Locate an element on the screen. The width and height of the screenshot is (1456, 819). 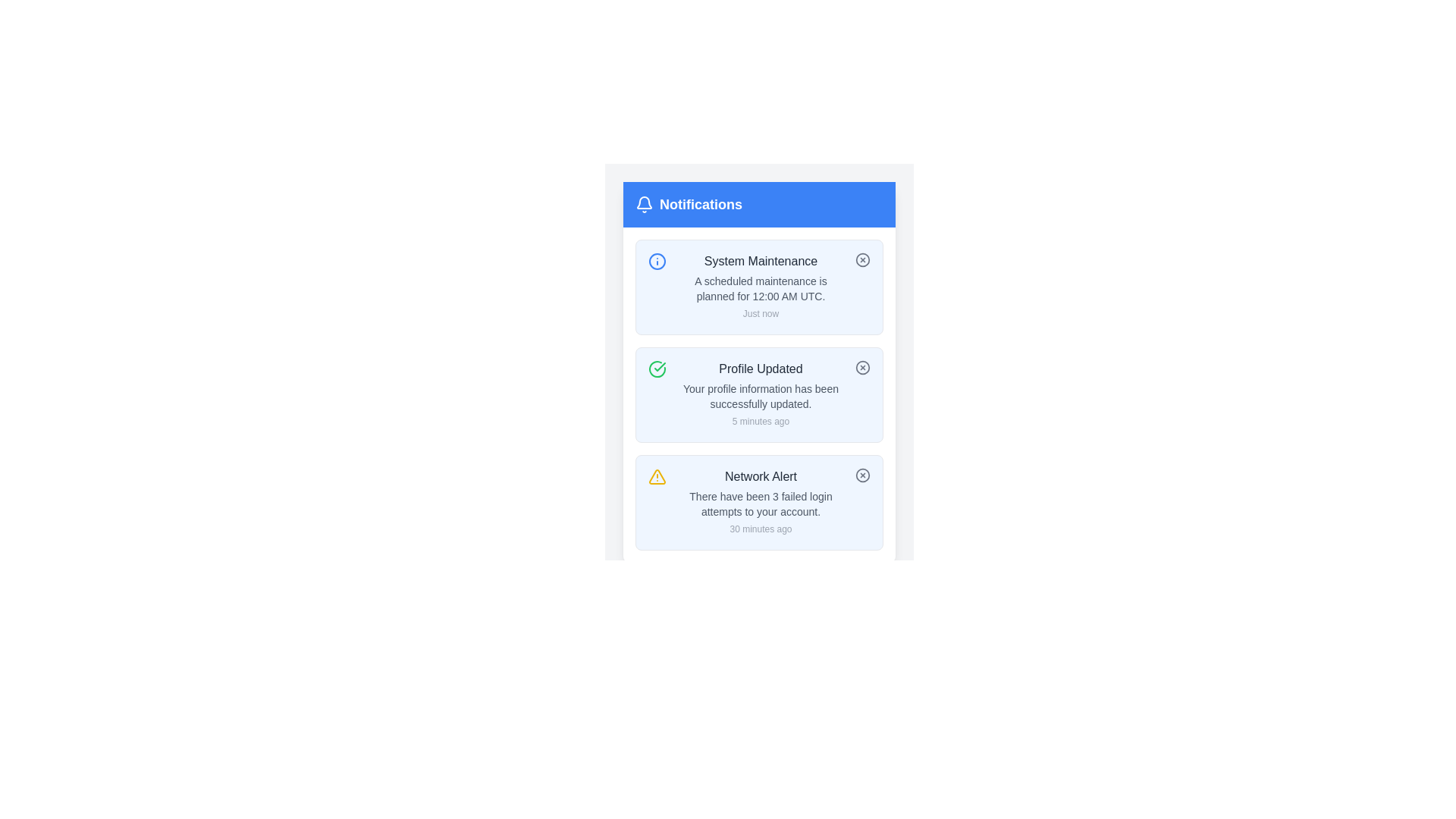
the text element that indicates the time elapsed since the notification was generated, located under the 'Notifications' section, to the right and below the description of failed login attempts is located at coordinates (761, 529).